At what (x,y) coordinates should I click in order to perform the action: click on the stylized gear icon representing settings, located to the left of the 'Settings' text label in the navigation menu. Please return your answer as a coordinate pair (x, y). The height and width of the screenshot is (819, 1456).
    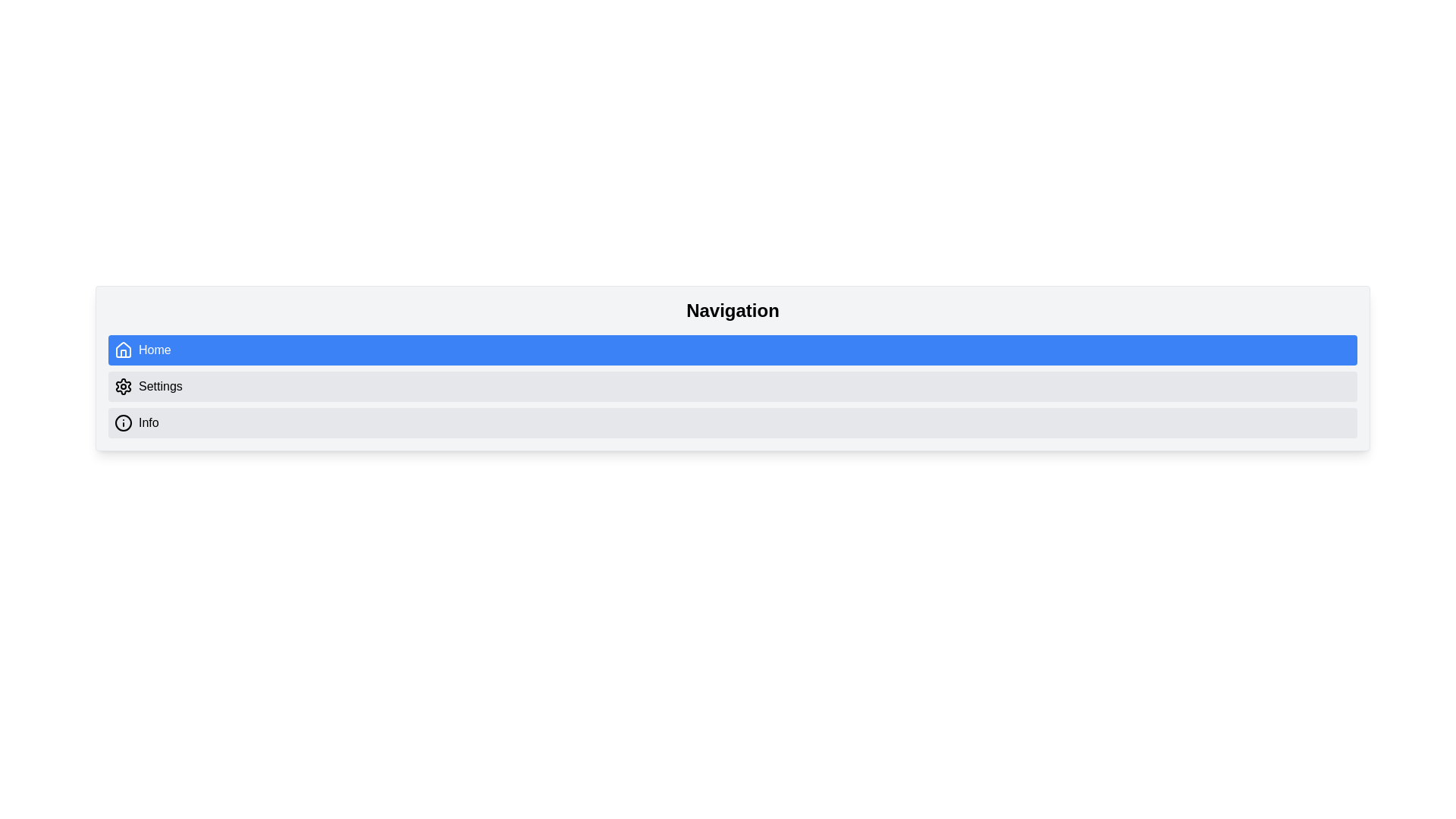
    Looking at the image, I should click on (124, 385).